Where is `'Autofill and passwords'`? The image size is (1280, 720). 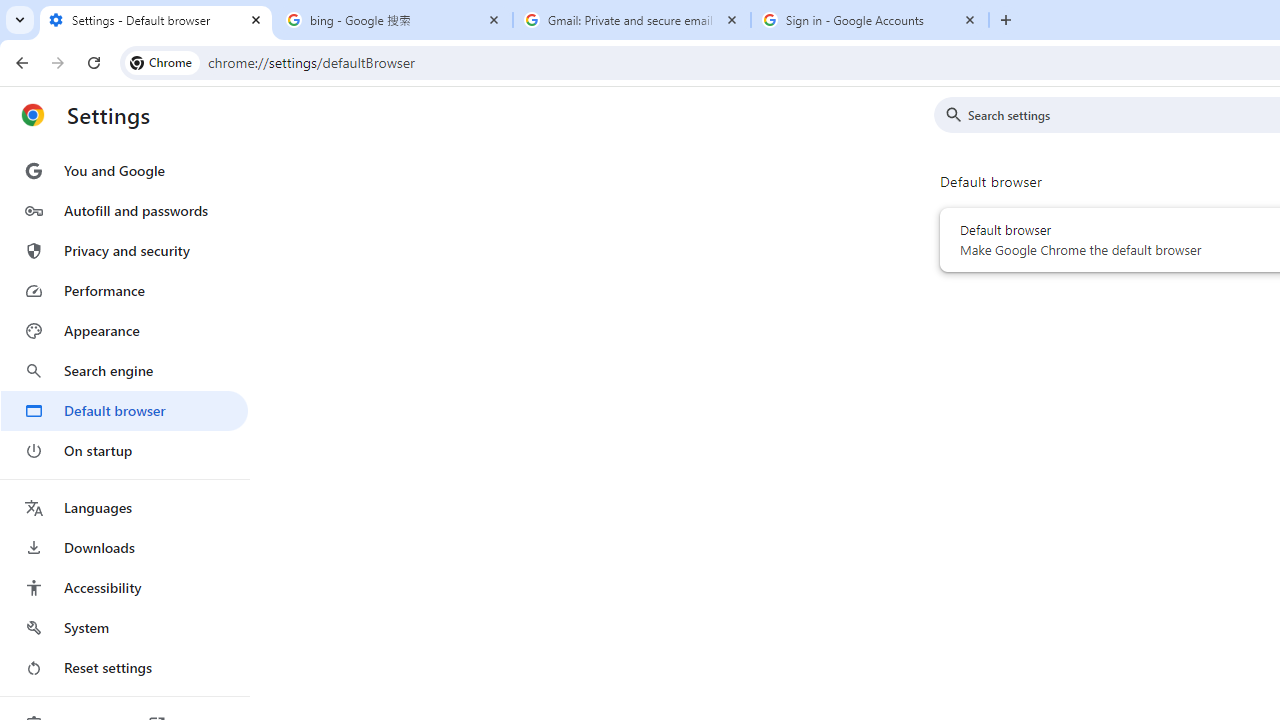 'Autofill and passwords' is located at coordinates (123, 210).